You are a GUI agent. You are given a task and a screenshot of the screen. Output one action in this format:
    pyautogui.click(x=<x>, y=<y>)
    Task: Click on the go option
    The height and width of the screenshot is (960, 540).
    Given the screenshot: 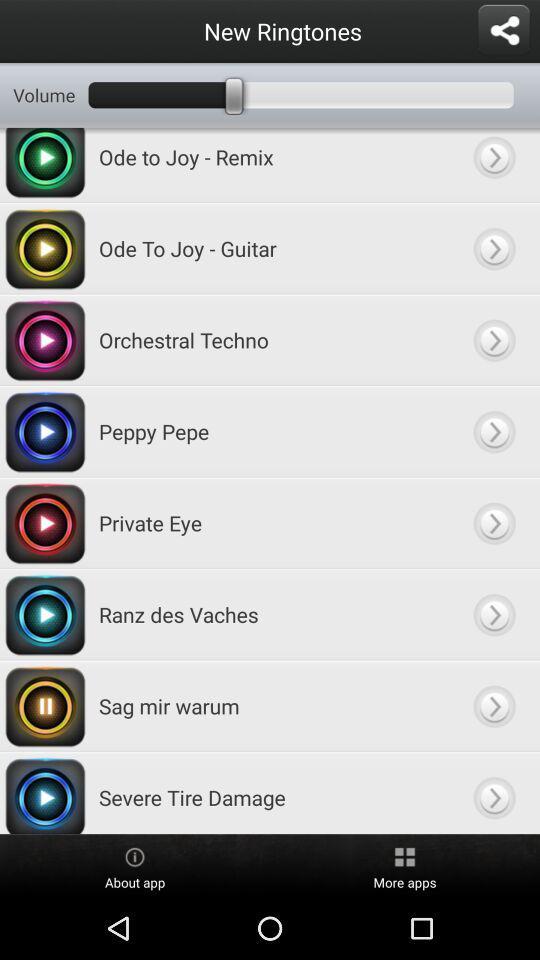 What is the action you would take?
    pyautogui.click(x=493, y=340)
    